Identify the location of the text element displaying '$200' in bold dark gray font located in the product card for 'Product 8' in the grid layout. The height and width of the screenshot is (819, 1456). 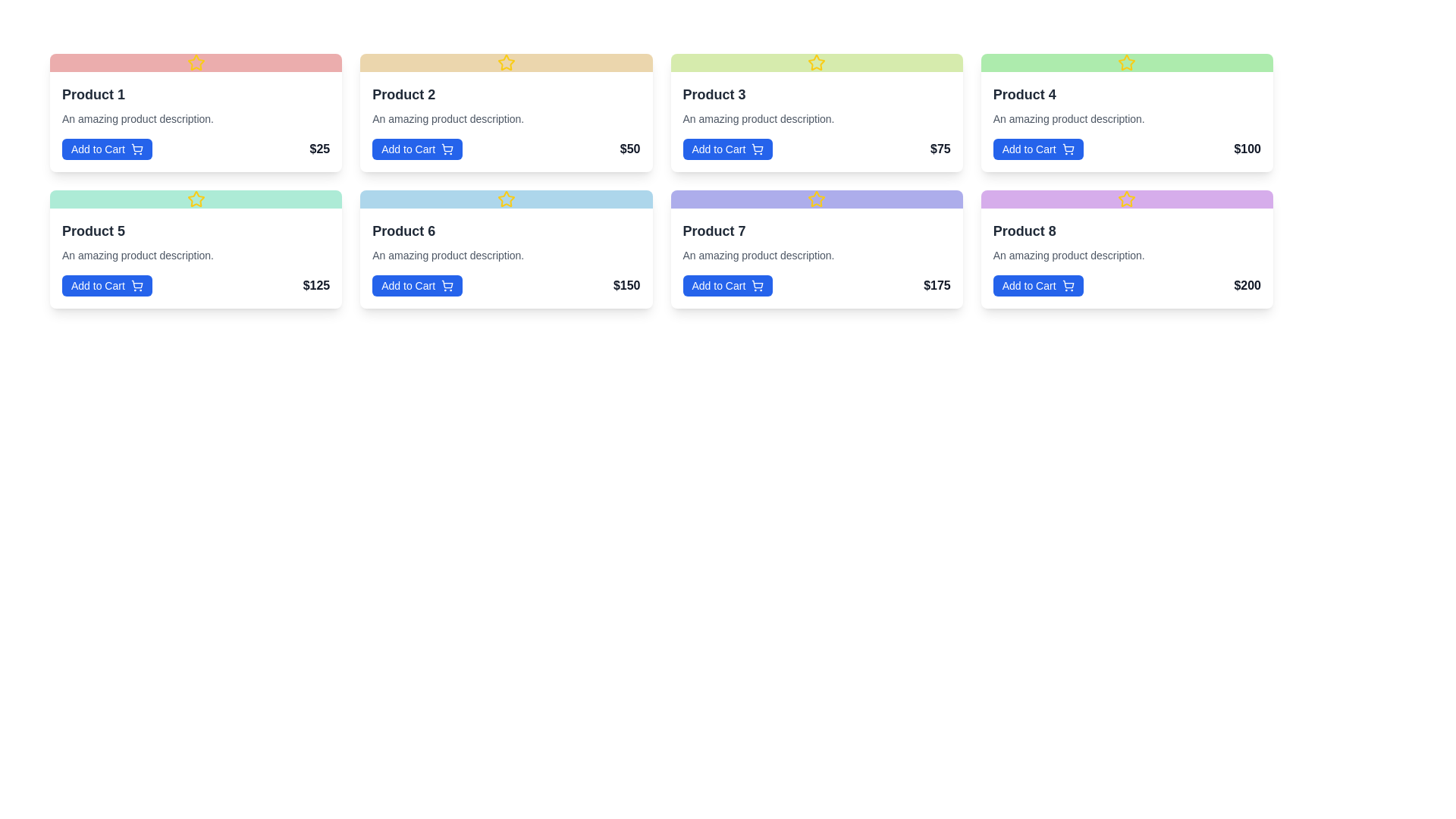
(1247, 286).